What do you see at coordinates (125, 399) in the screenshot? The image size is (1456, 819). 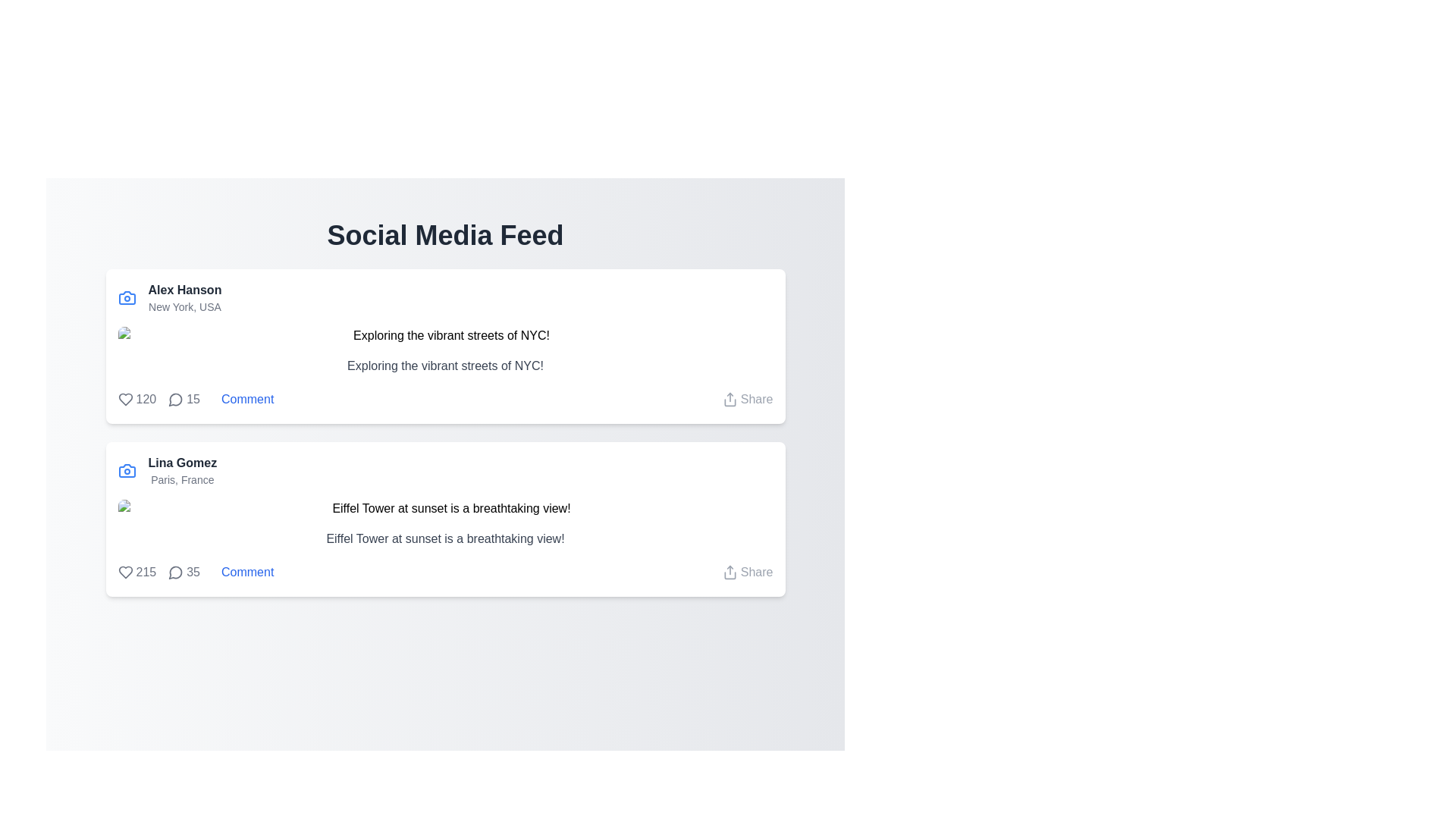 I see `the heart icon, which is an outlined shape with rounded corners, positioned next to the number '120' in the like-count display` at bounding box center [125, 399].